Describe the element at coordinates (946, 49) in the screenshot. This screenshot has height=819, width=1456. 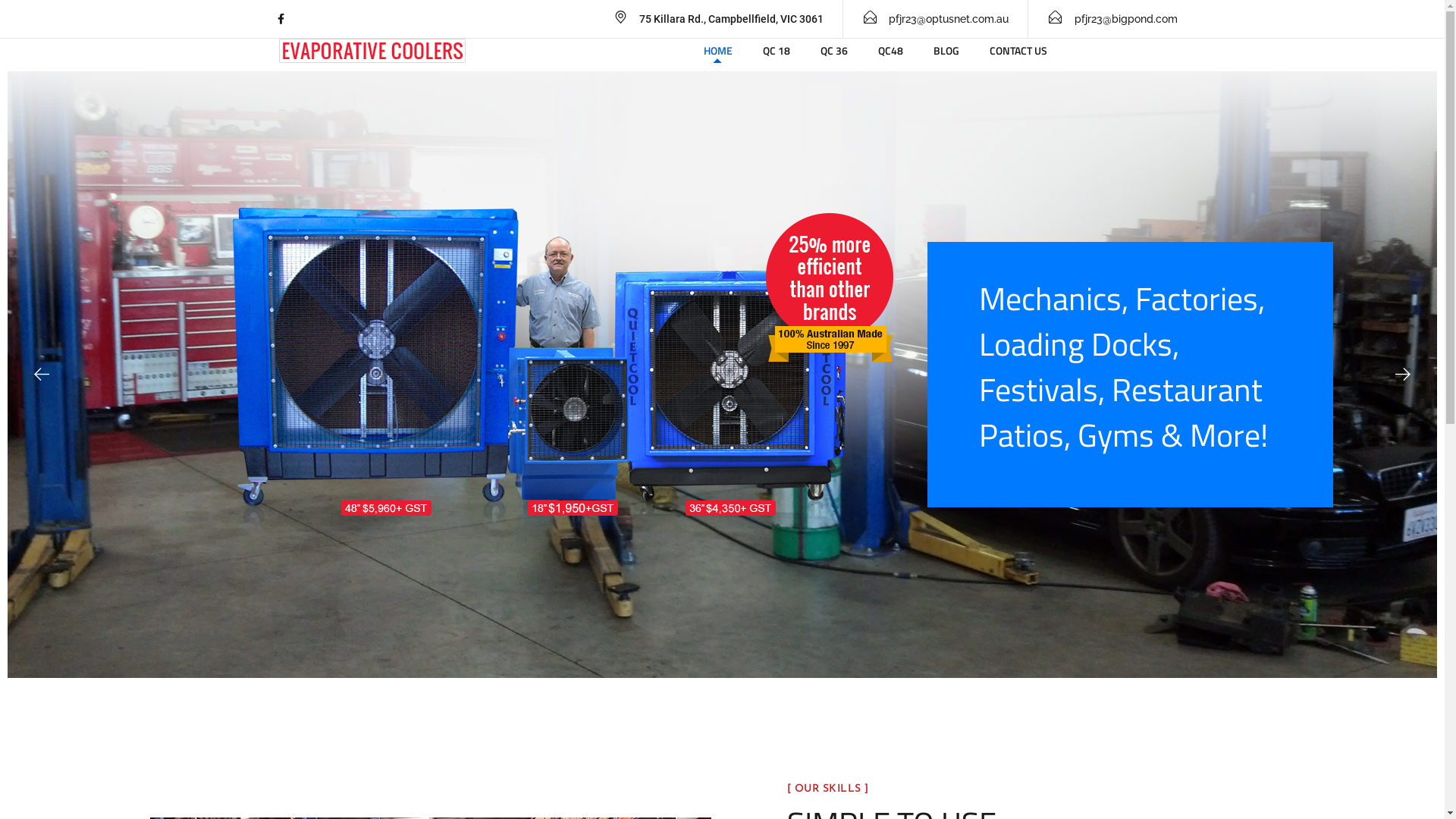
I see `'BLOG'` at that location.